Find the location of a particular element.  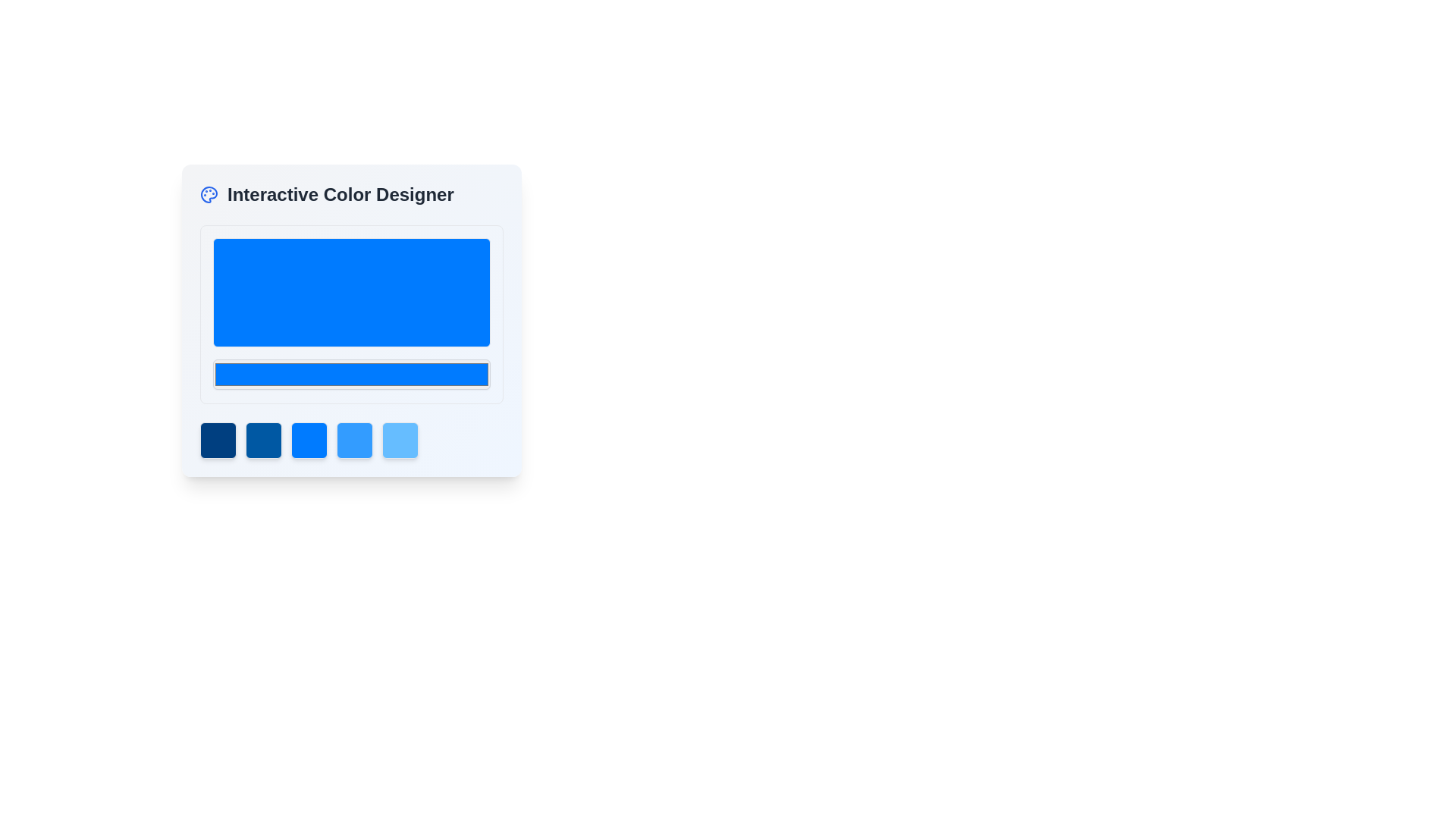

the first square in the group of five color swatches located at the bottom of the 'Interactive Color Designer' interface is located at coordinates (218, 441).